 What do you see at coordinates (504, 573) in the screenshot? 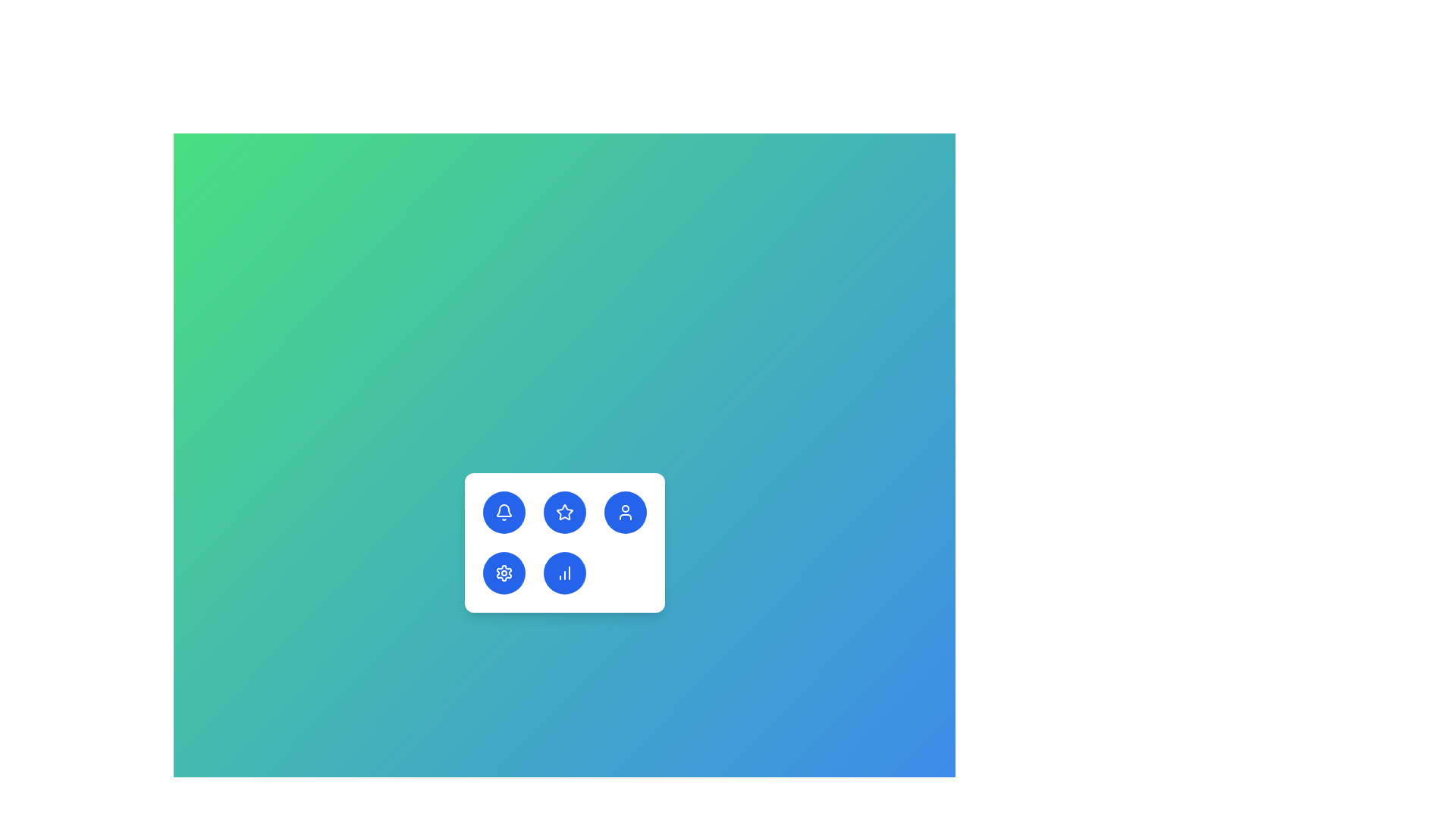
I see `the circular button with a blue background and a white gear icon` at bounding box center [504, 573].